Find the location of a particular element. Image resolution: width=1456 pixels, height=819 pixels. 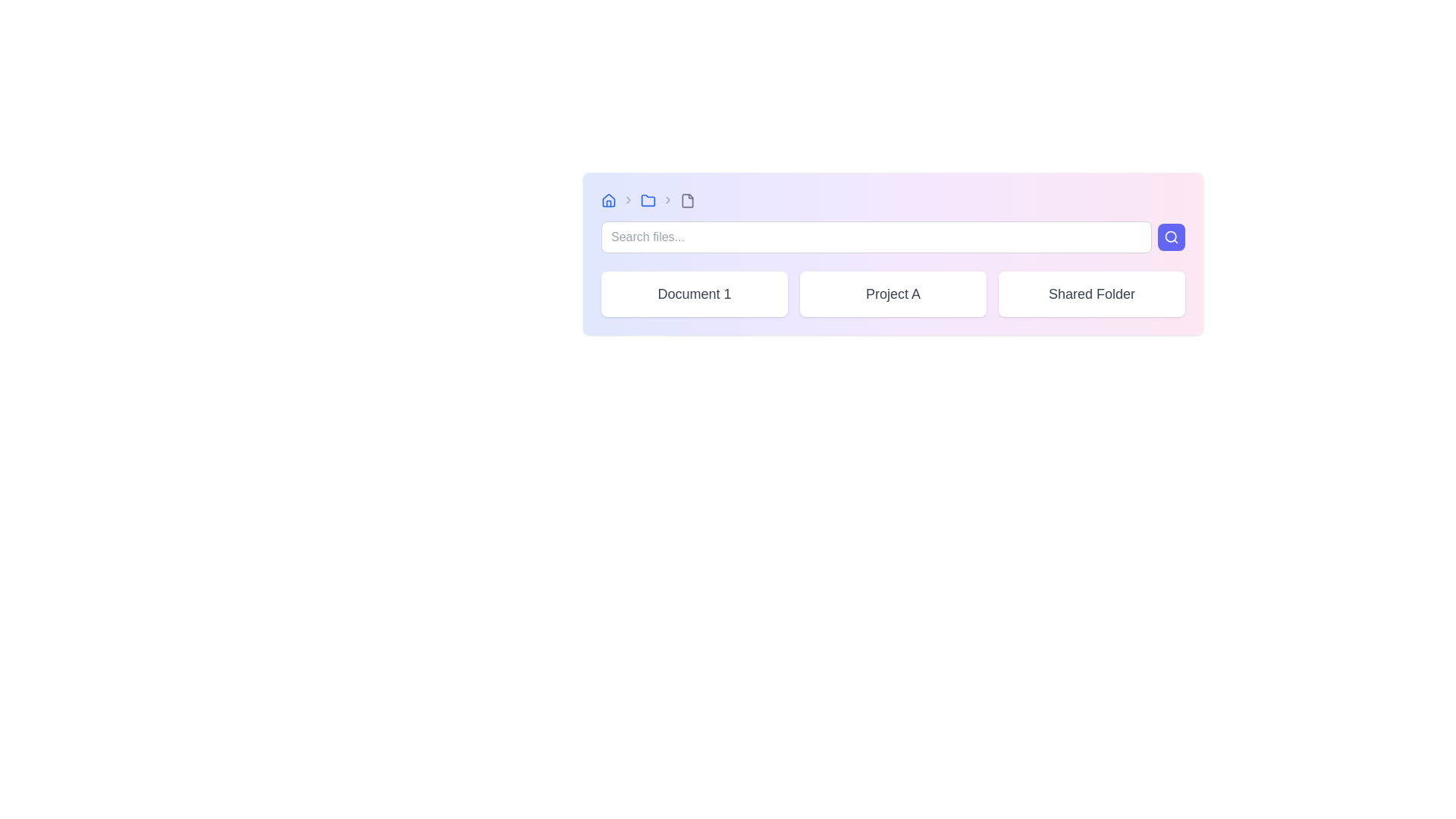

the text label displaying 'Project A', which is styled in gray with a medium sans-serif font and located centrally within a white card is located at coordinates (893, 294).